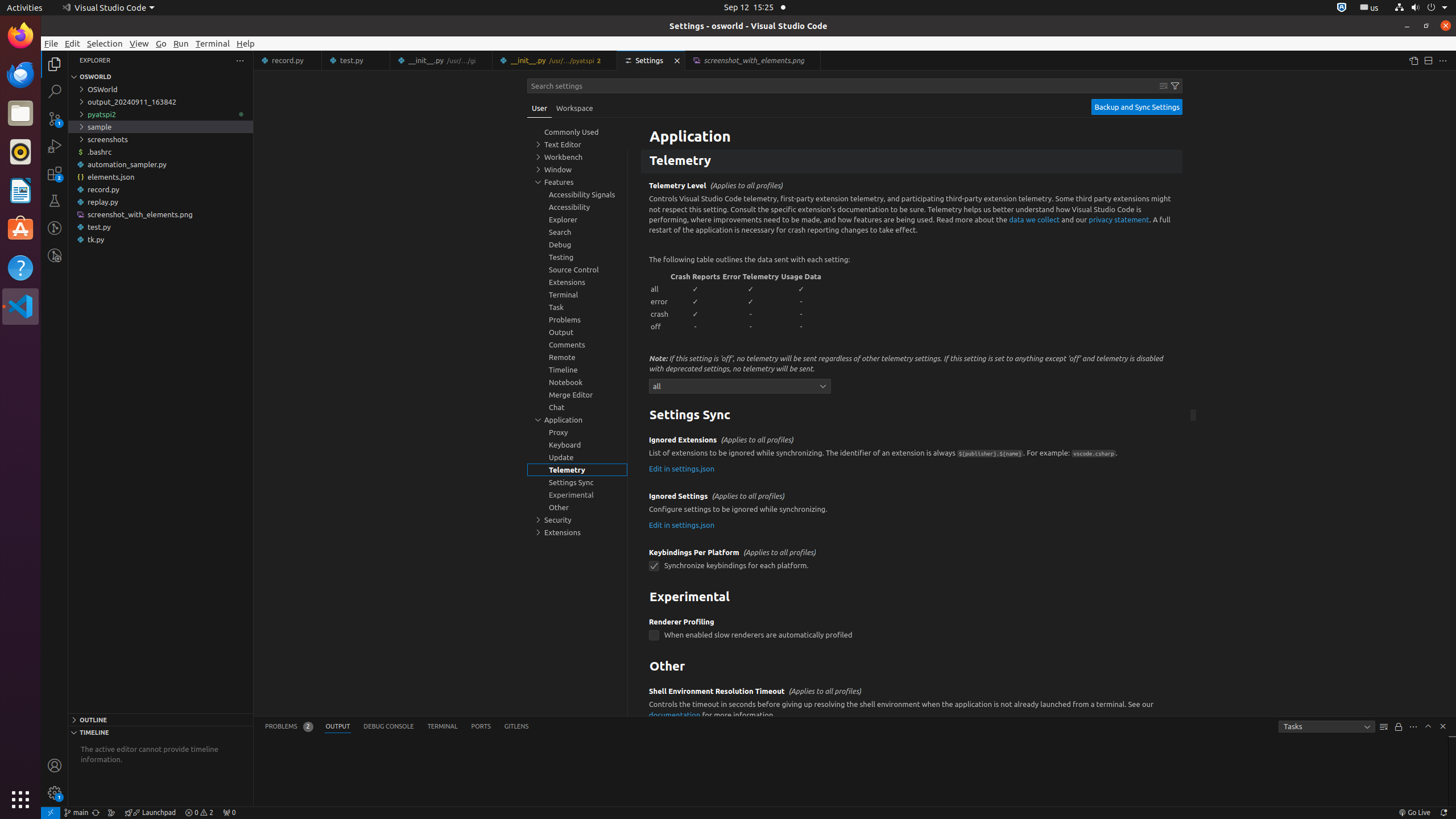 This screenshot has height=819, width=1456. Describe the element at coordinates (54, 255) in the screenshot. I see `'GitLens Inspect'` at that location.